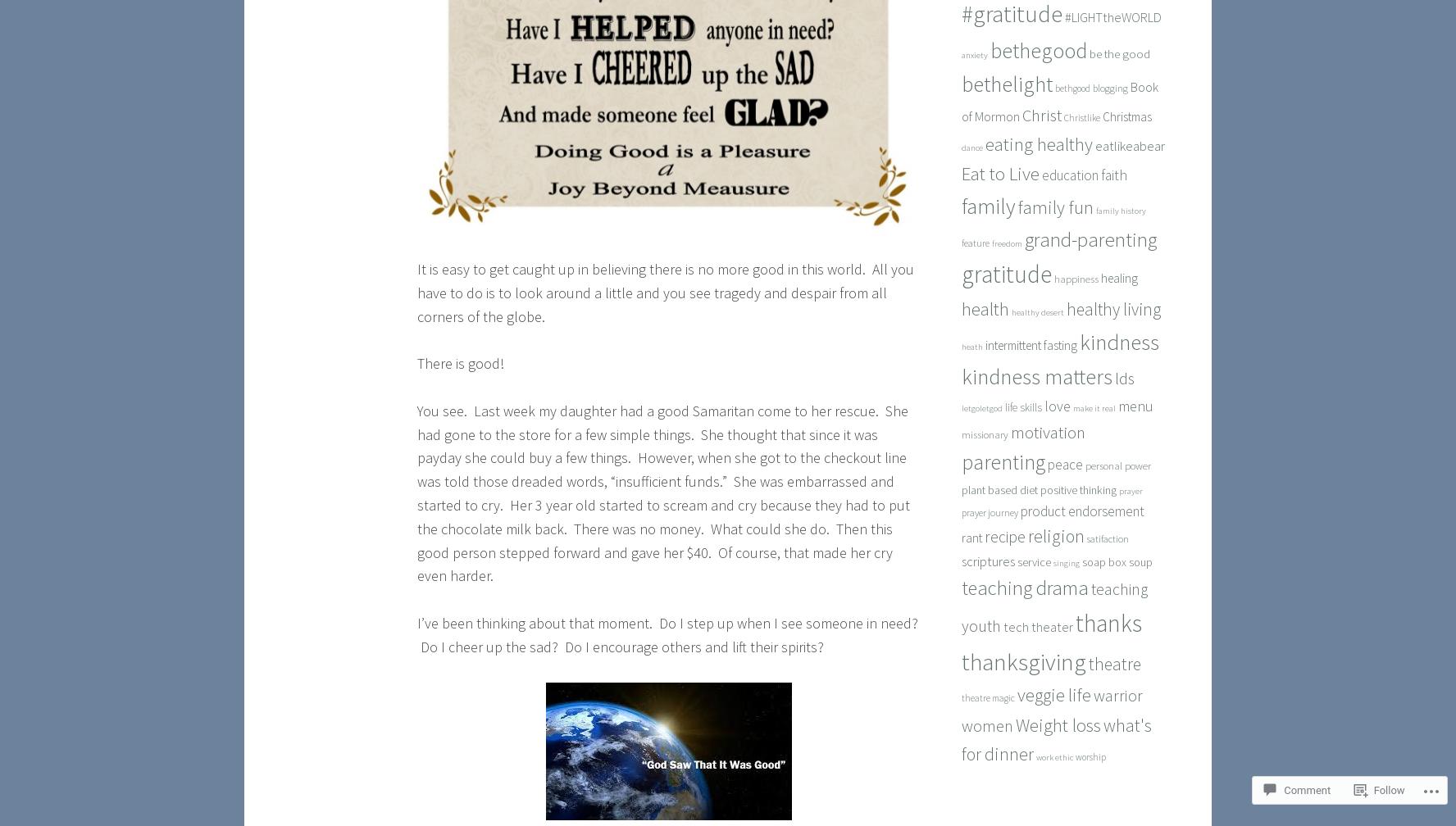  Describe the element at coordinates (1108, 622) in the screenshot. I see `'thanks'` at that location.